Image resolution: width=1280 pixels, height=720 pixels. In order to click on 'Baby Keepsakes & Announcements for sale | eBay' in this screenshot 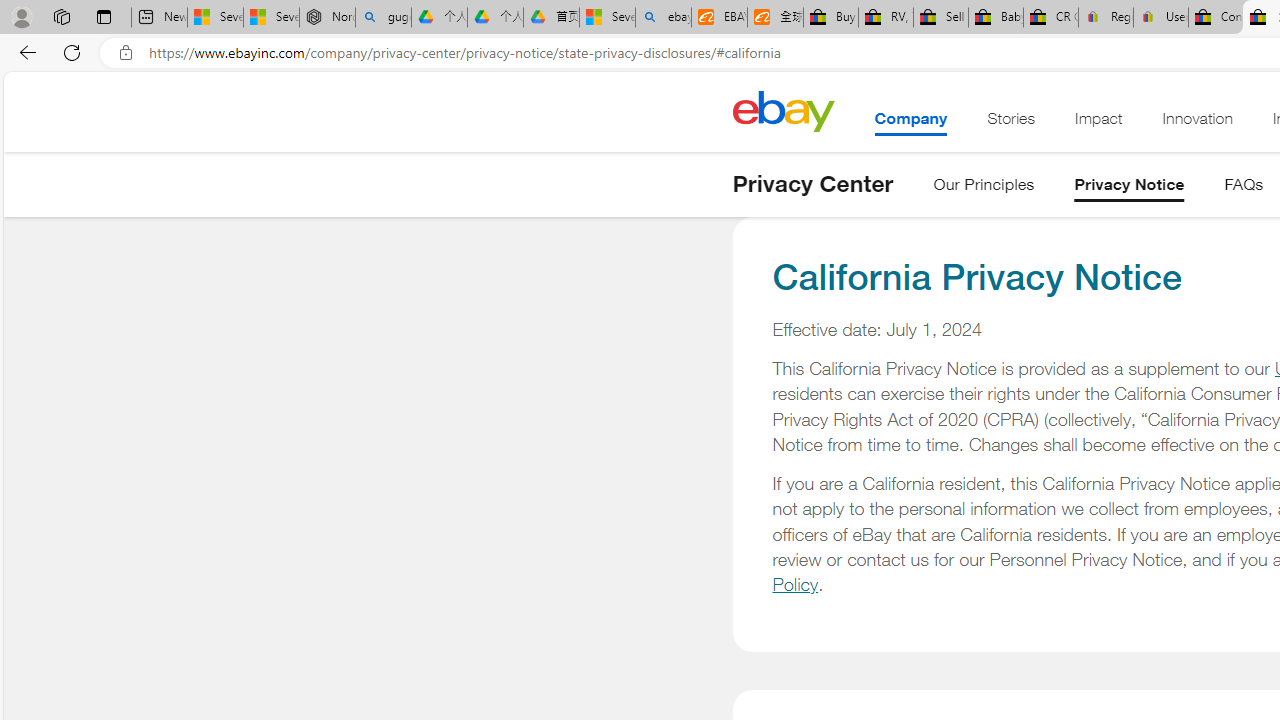, I will do `click(995, 17)`.